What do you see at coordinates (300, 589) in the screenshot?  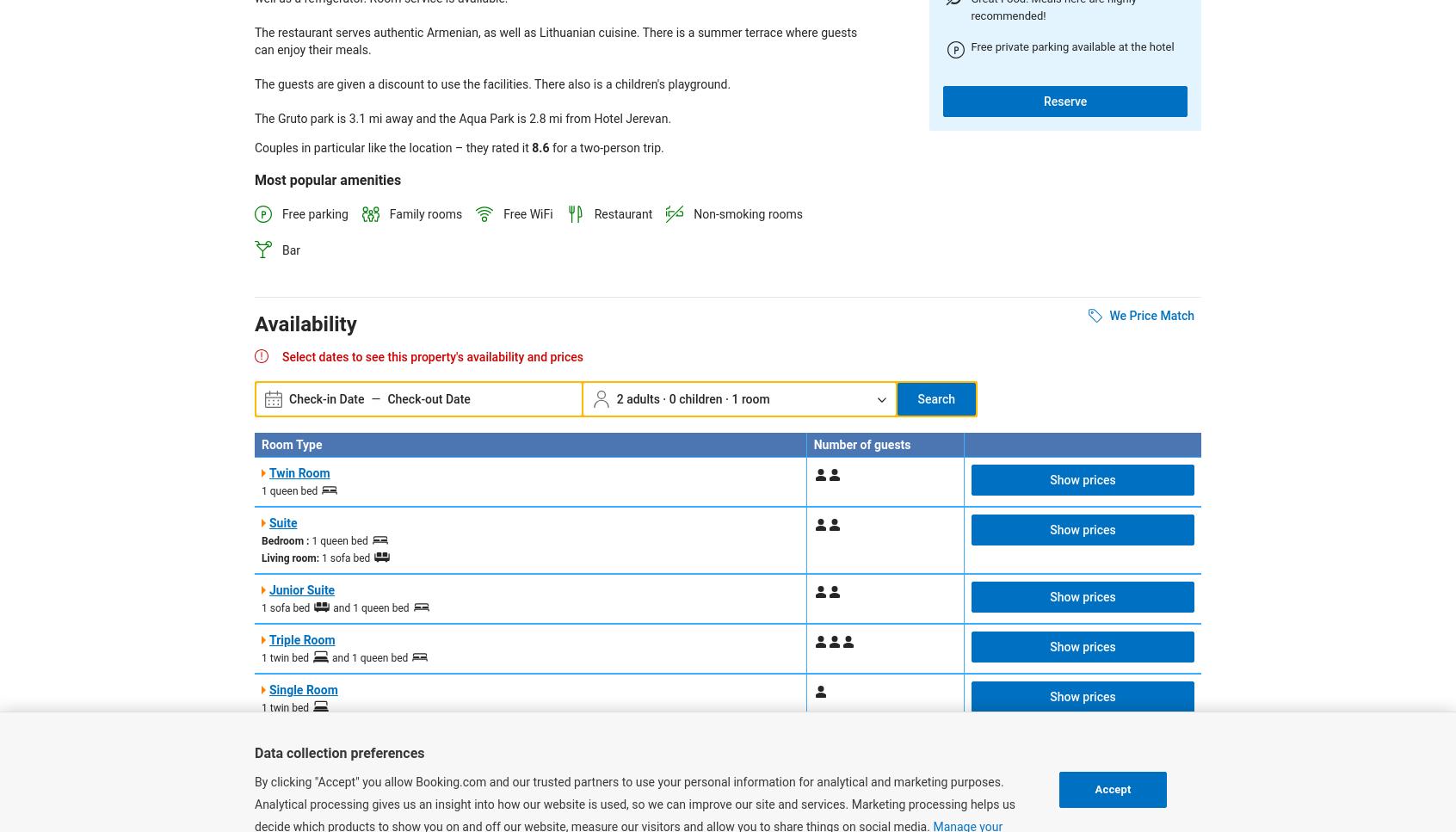 I see `'Junior Suite'` at bounding box center [300, 589].